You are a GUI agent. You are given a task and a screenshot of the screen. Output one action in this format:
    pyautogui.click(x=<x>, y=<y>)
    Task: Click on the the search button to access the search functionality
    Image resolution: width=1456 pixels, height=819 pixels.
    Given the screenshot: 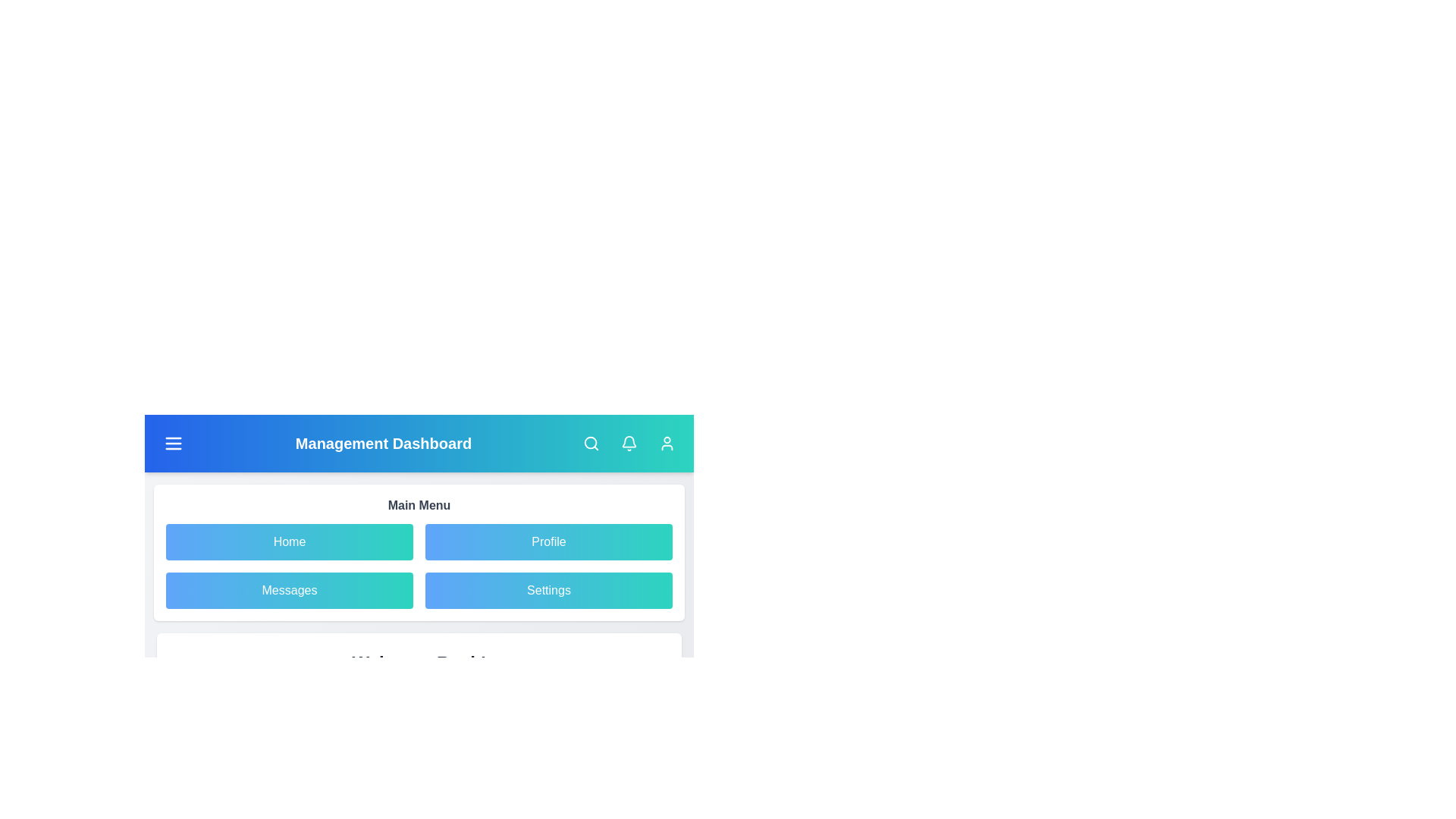 What is the action you would take?
    pyautogui.click(x=590, y=444)
    